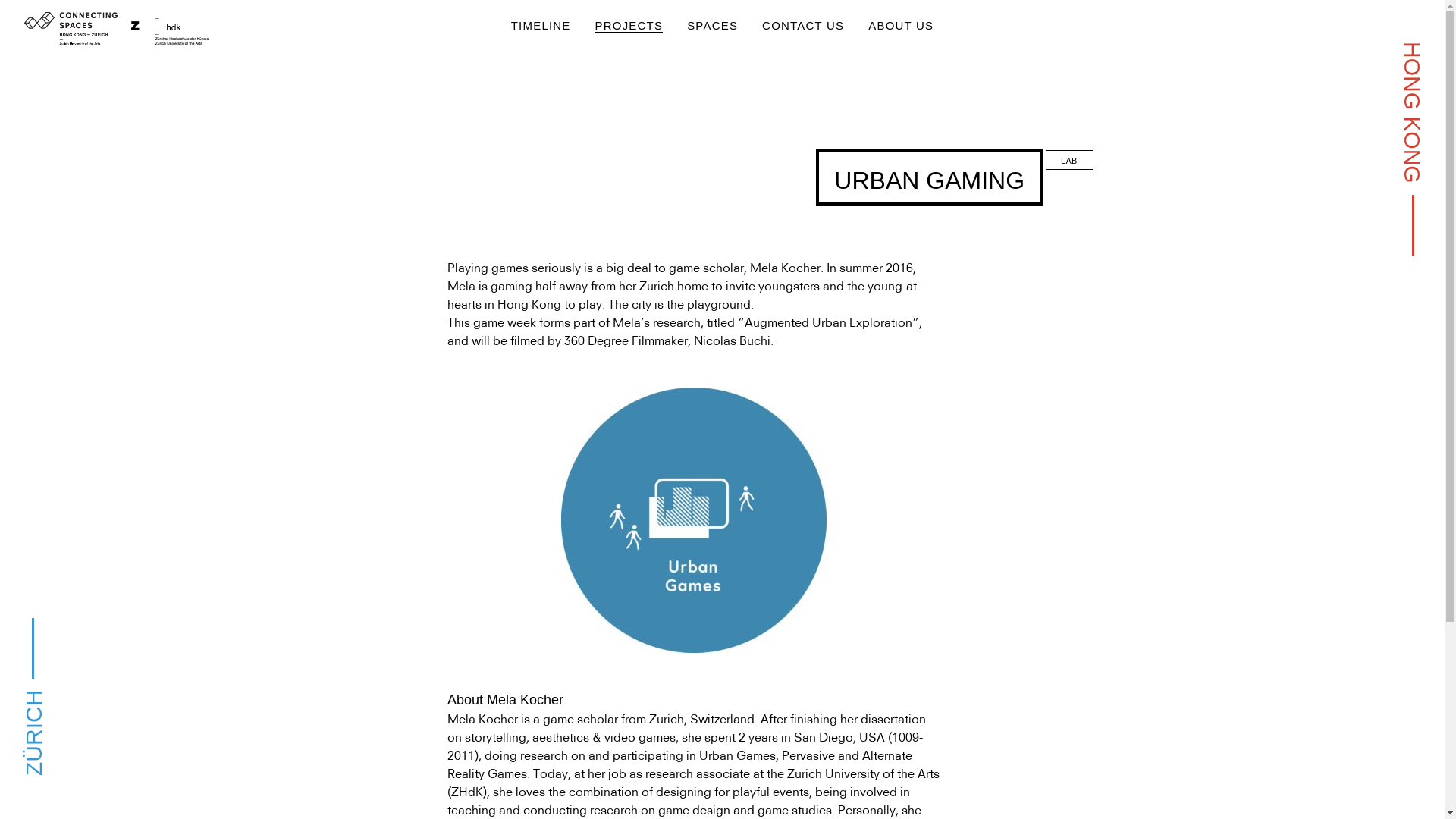 Image resolution: width=1456 pixels, height=819 pixels. What do you see at coordinates (802, 26) in the screenshot?
I see `'CONTACT US'` at bounding box center [802, 26].